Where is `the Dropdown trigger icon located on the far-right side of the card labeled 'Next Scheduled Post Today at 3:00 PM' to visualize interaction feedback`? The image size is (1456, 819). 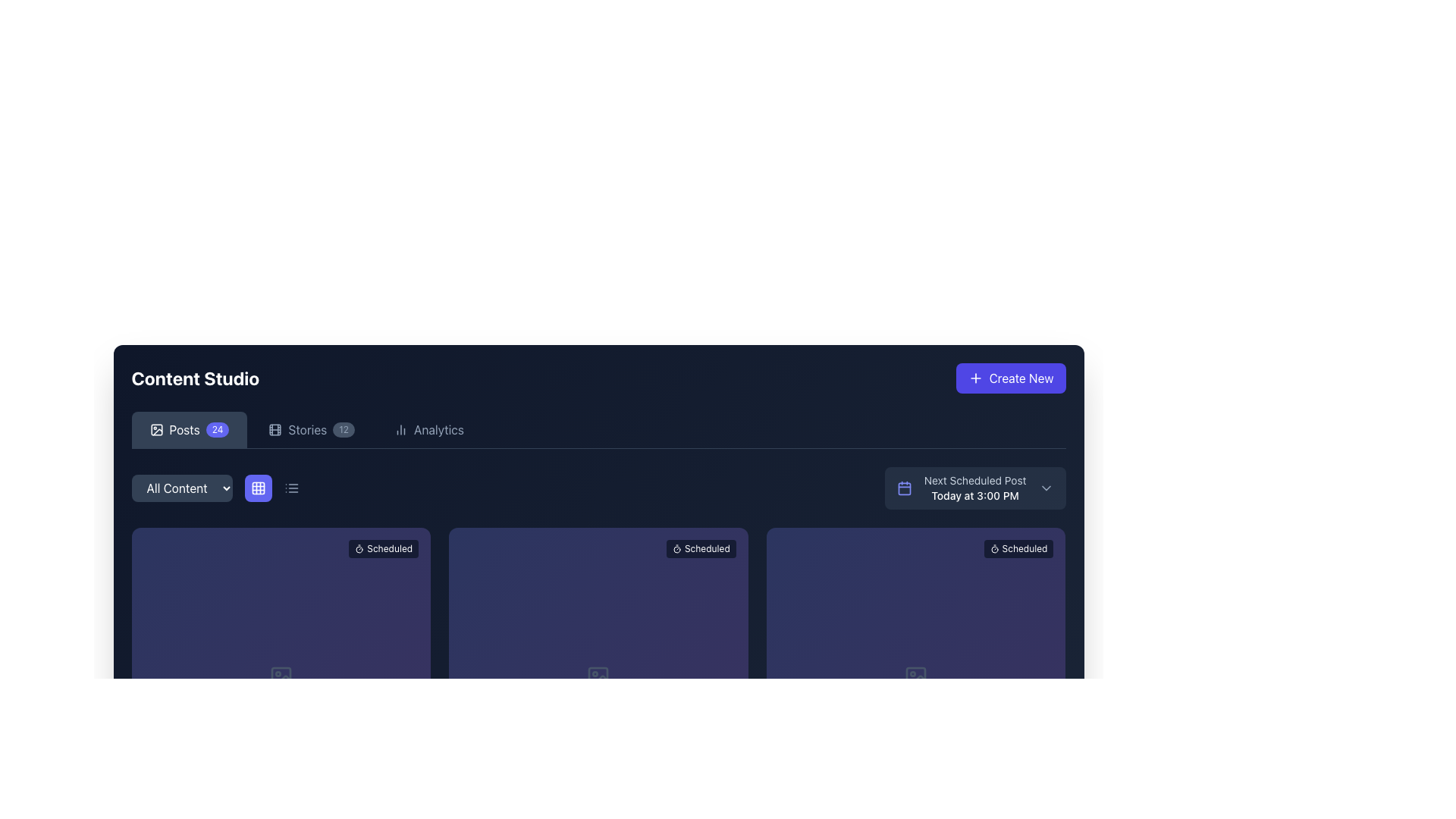 the Dropdown trigger icon located on the far-right side of the card labeled 'Next Scheduled Post Today at 3:00 PM' to visualize interaction feedback is located at coordinates (1045, 488).